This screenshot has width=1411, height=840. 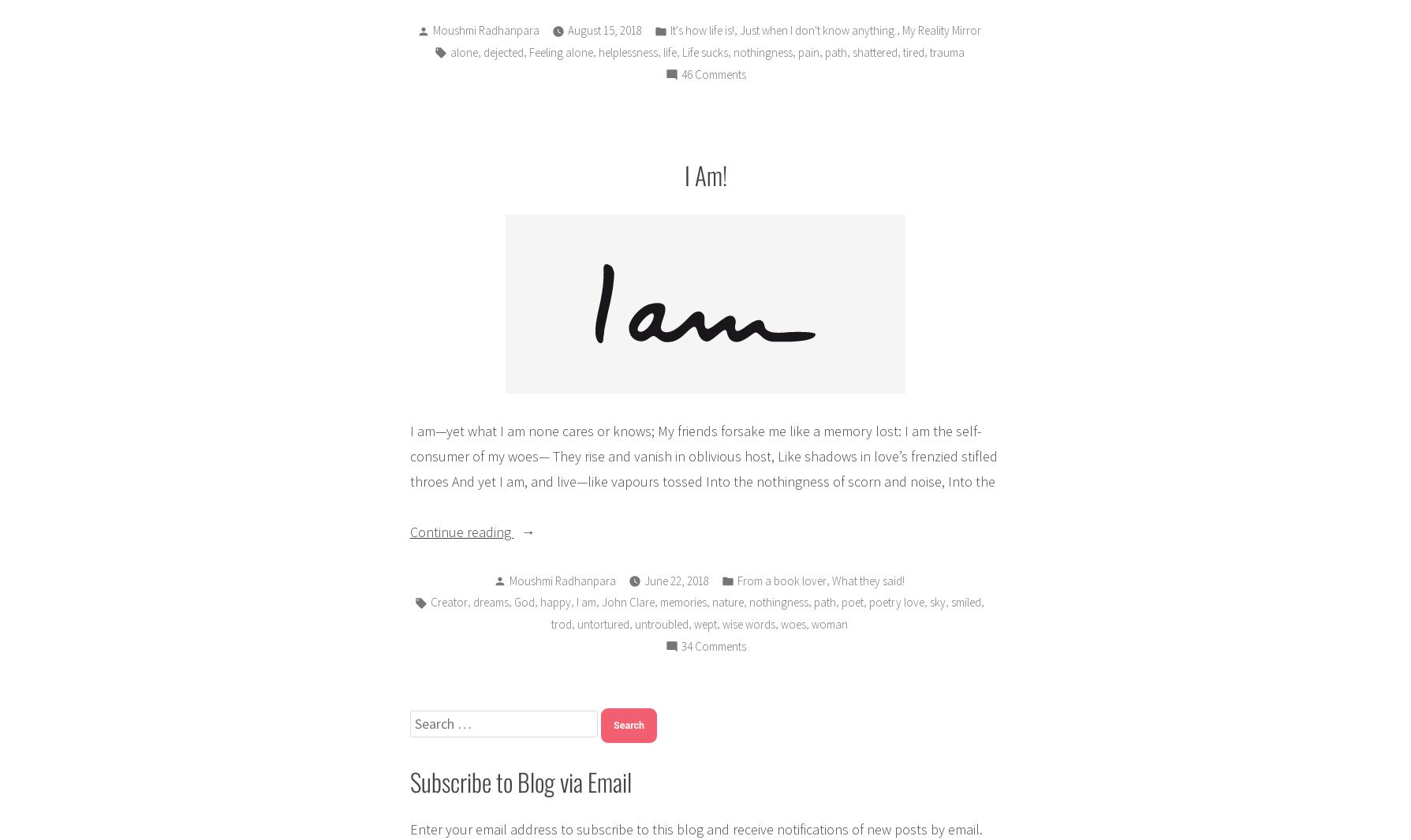 I want to click on 'poetry love', so click(x=867, y=602).